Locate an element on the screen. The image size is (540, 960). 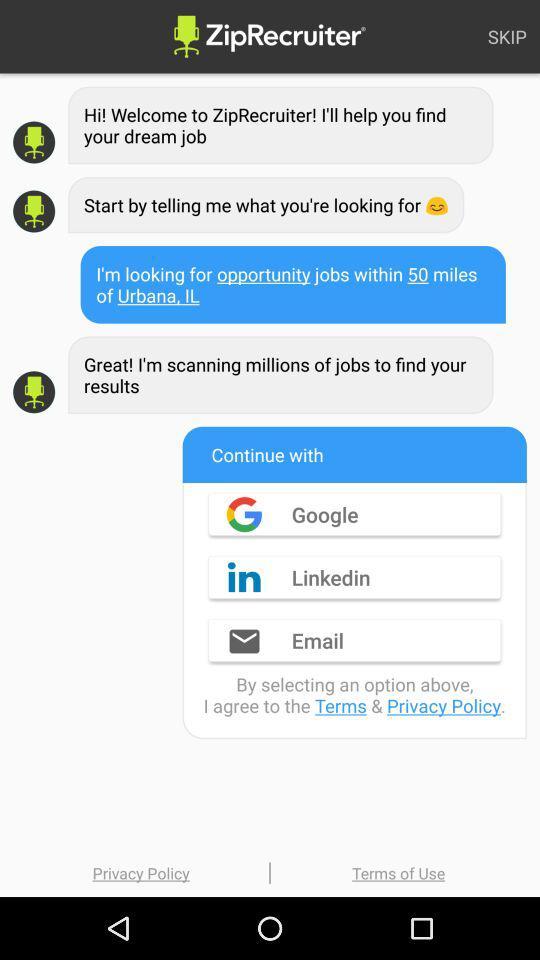
the icon above hi welcome to icon is located at coordinates (507, 35).